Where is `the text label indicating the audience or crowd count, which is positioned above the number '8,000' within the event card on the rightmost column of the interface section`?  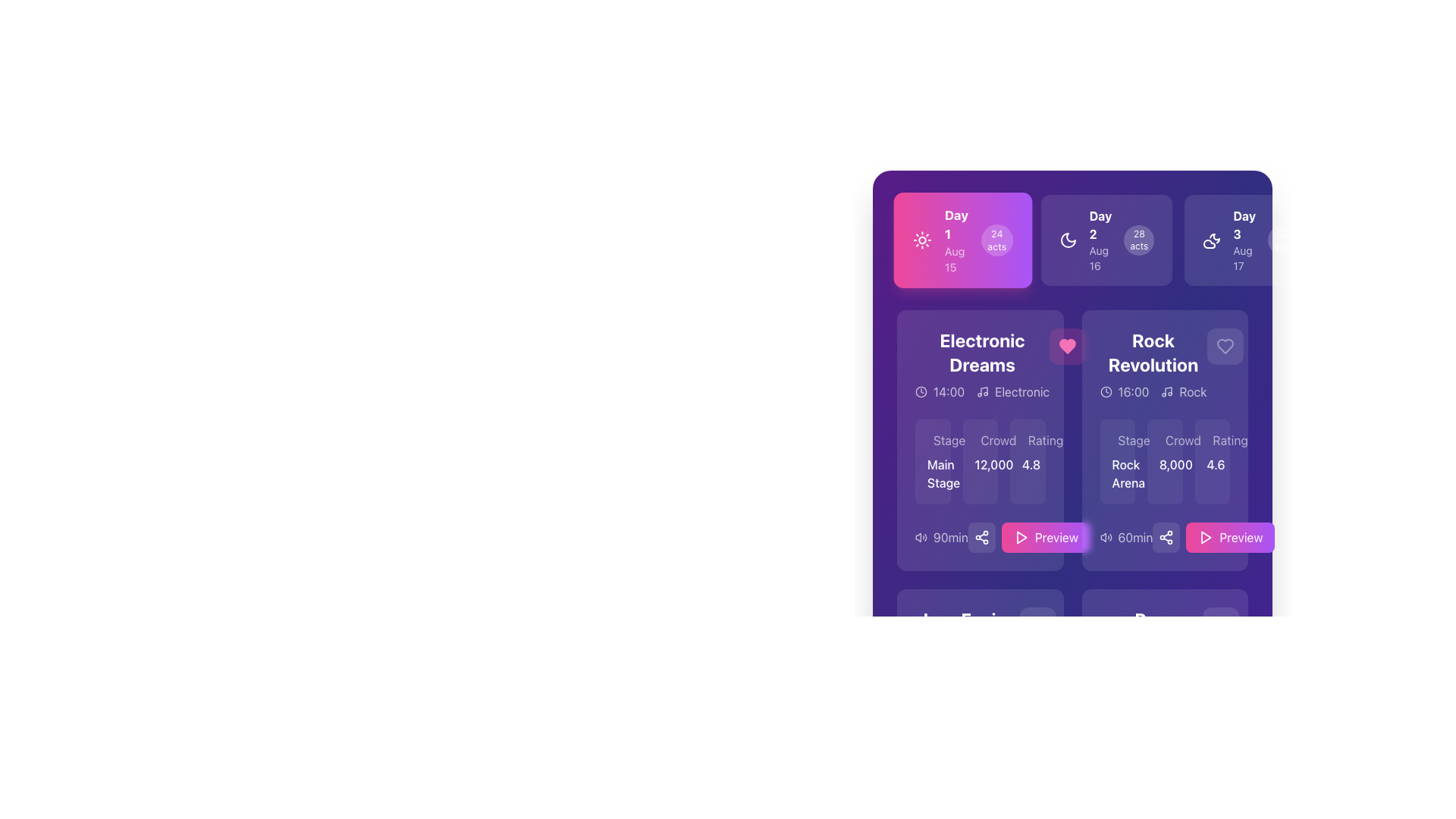 the text label indicating the audience or crowd count, which is positioned above the number '8,000' within the event card on the rightmost column of the interface section is located at coordinates (1164, 441).